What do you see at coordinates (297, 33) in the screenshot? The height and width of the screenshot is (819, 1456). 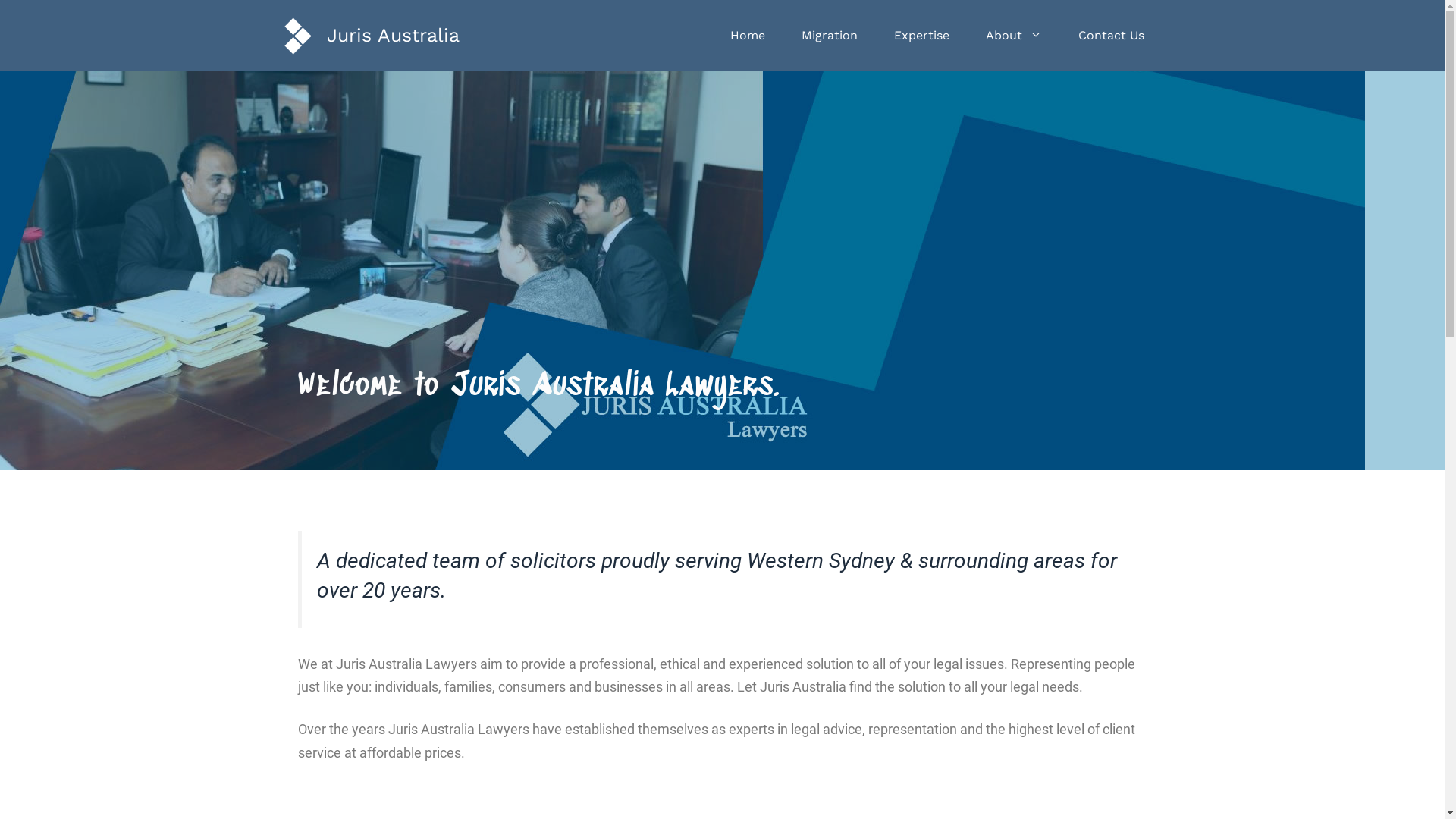 I see `'Juris Australia'` at bounding box center [297, 33].